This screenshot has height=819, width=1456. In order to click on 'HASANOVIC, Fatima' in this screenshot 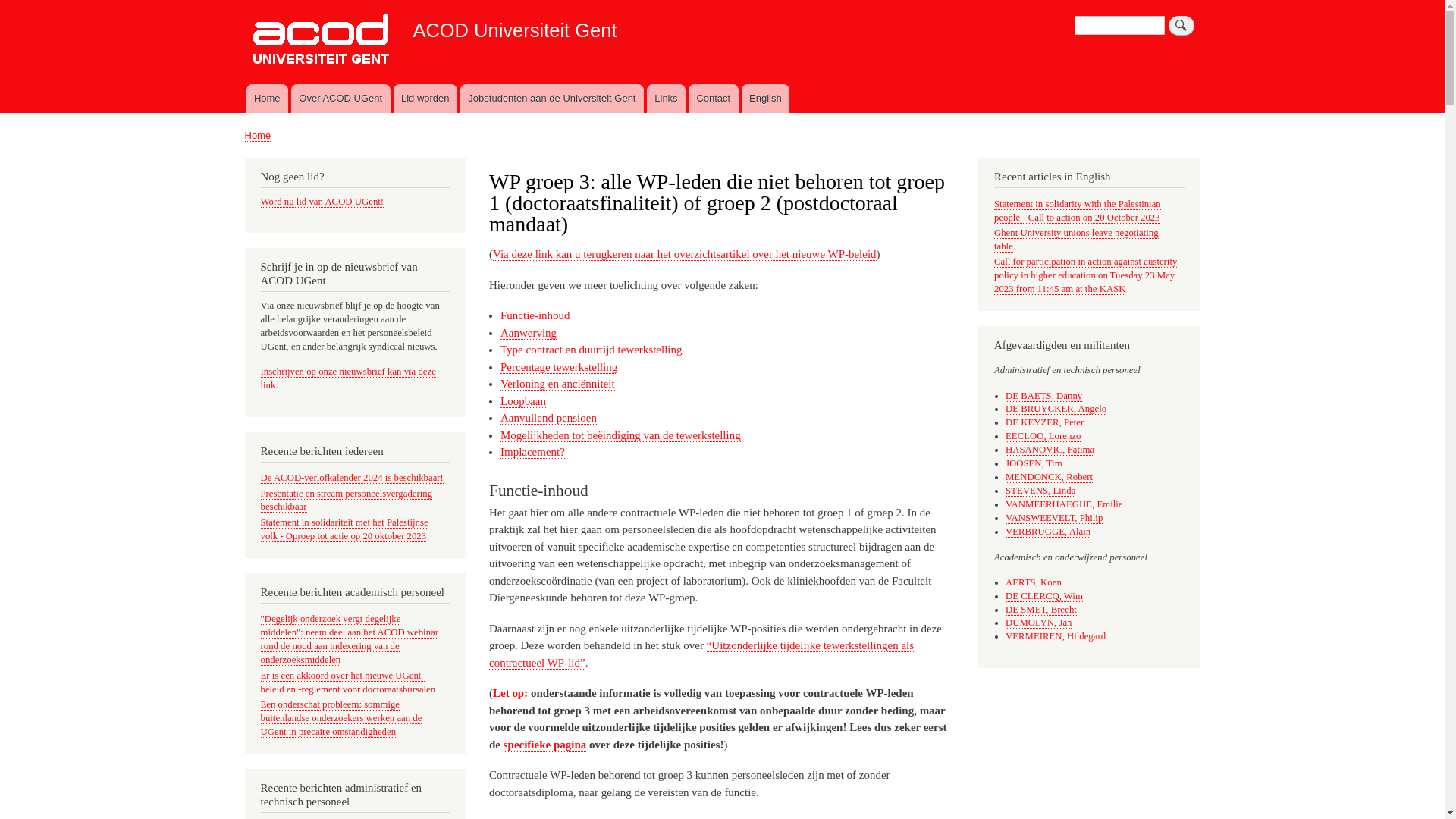, I will do `click(1049, 449)`.